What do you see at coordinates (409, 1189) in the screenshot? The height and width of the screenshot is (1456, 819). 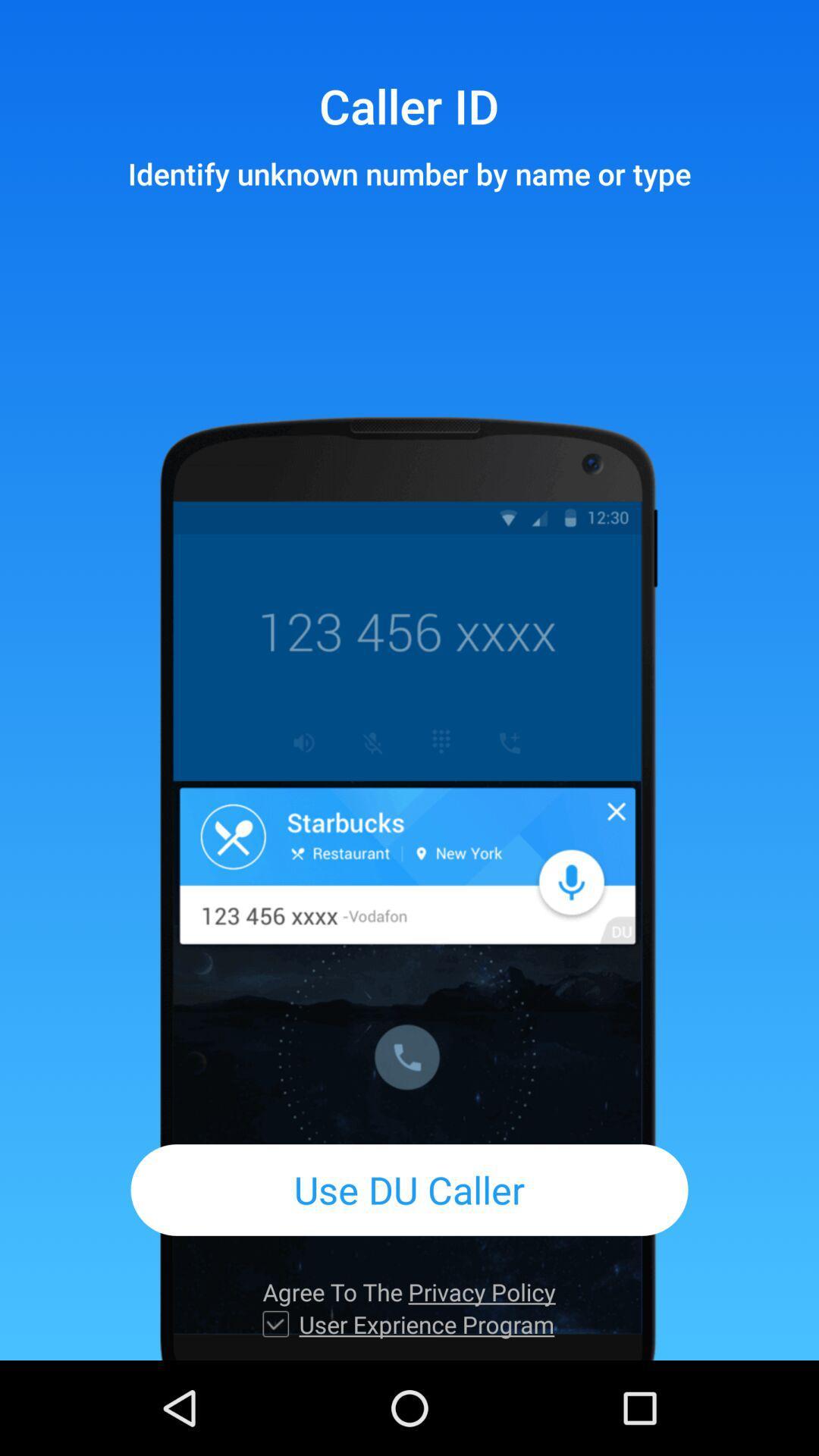 I see `the use du caller app` at bounding box center [409, 1189].